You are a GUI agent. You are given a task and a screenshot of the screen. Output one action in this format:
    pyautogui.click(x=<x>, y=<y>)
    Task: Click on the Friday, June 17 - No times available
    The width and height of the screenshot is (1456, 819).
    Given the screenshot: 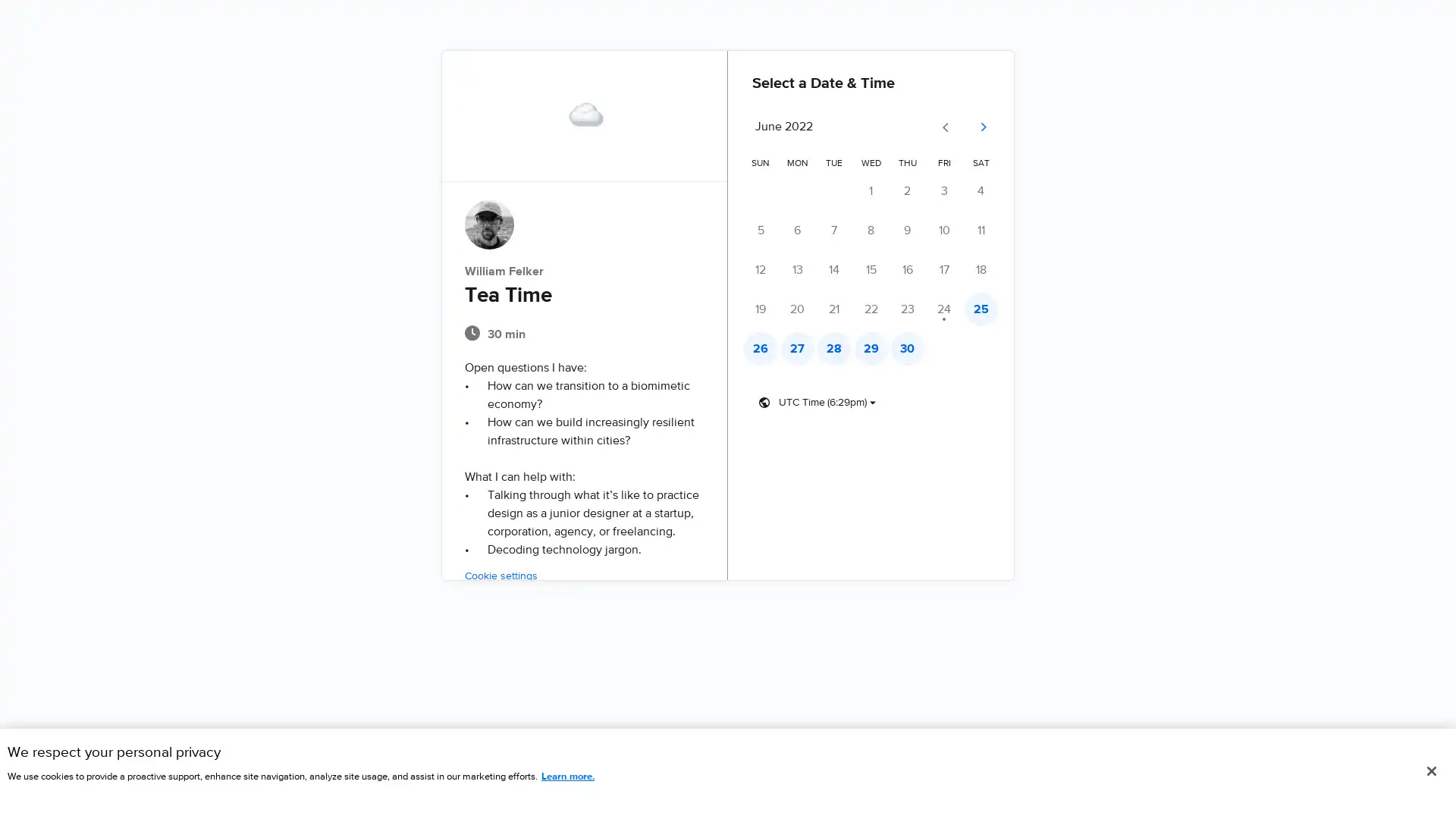 What is the action you would take?
    pyautogui.click(x=956, y=268)
    